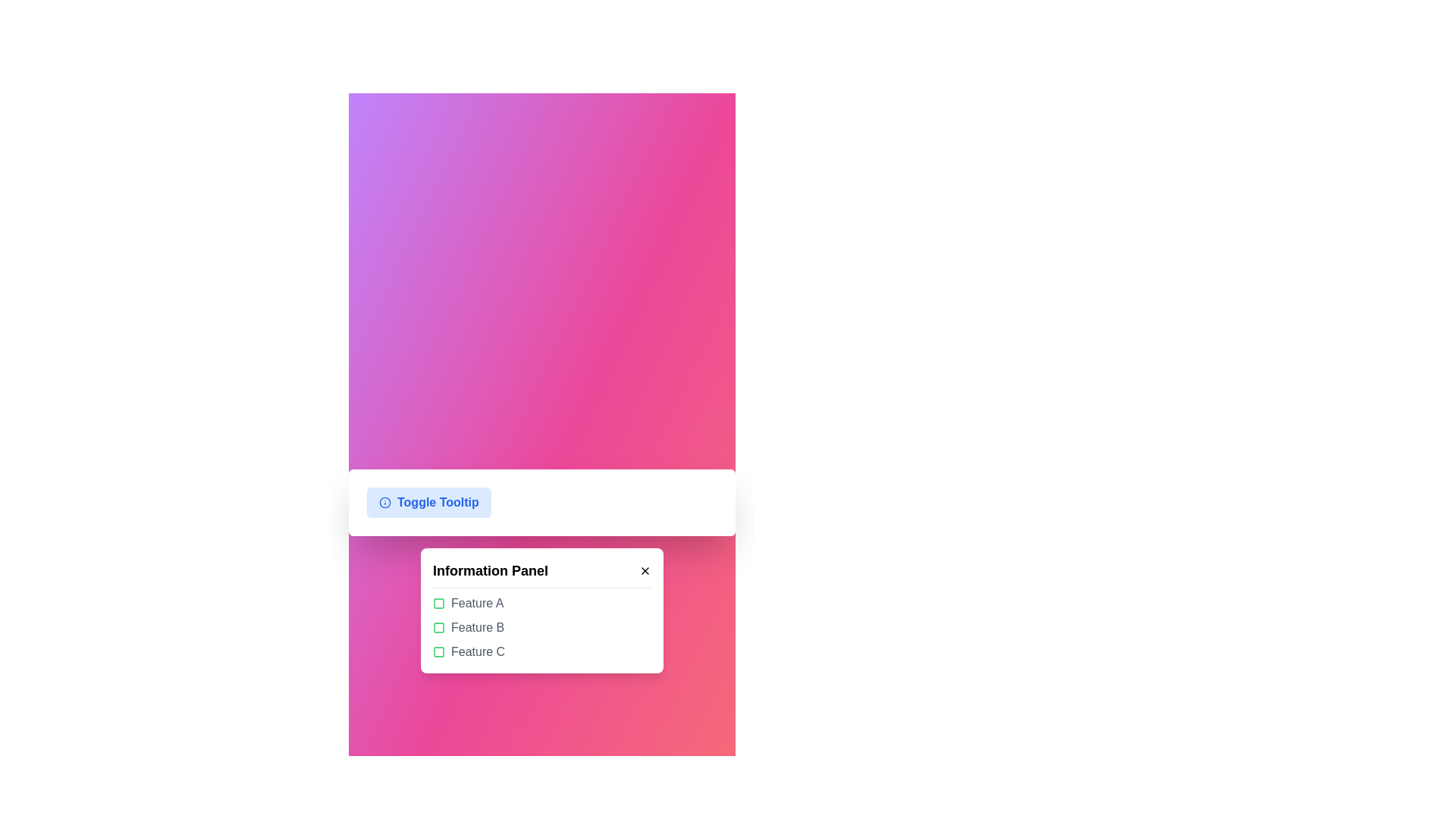 This screenshot has width=1456, height=819. I want to click on the close button represented by an 'X' icon located at the top-right corner of the 'Information Panel', so click(645, 570).